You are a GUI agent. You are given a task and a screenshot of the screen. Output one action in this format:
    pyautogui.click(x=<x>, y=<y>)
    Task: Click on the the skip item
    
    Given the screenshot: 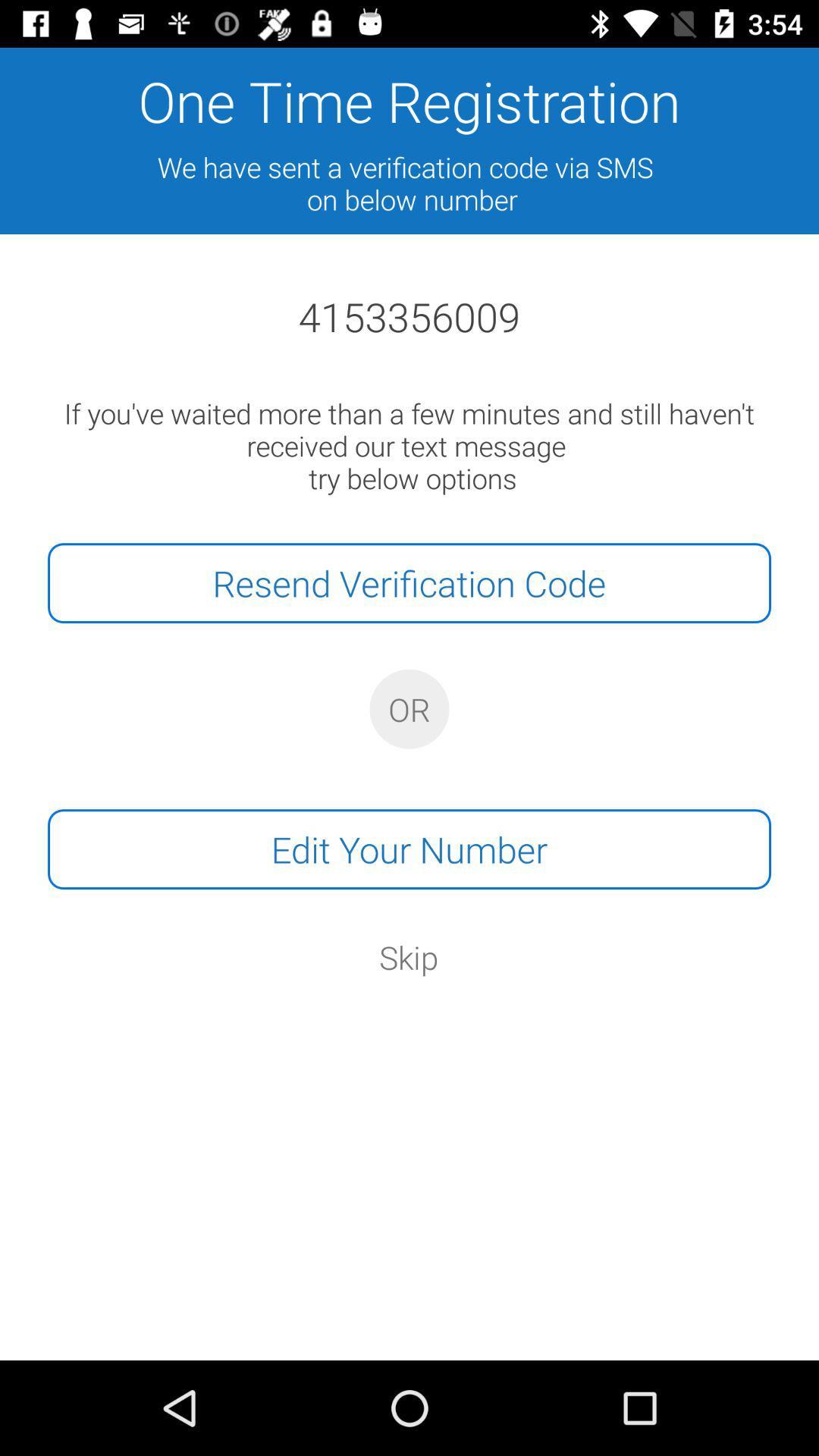 What is the action you would take?
    pyautogui.click(x=408, y=956)
    